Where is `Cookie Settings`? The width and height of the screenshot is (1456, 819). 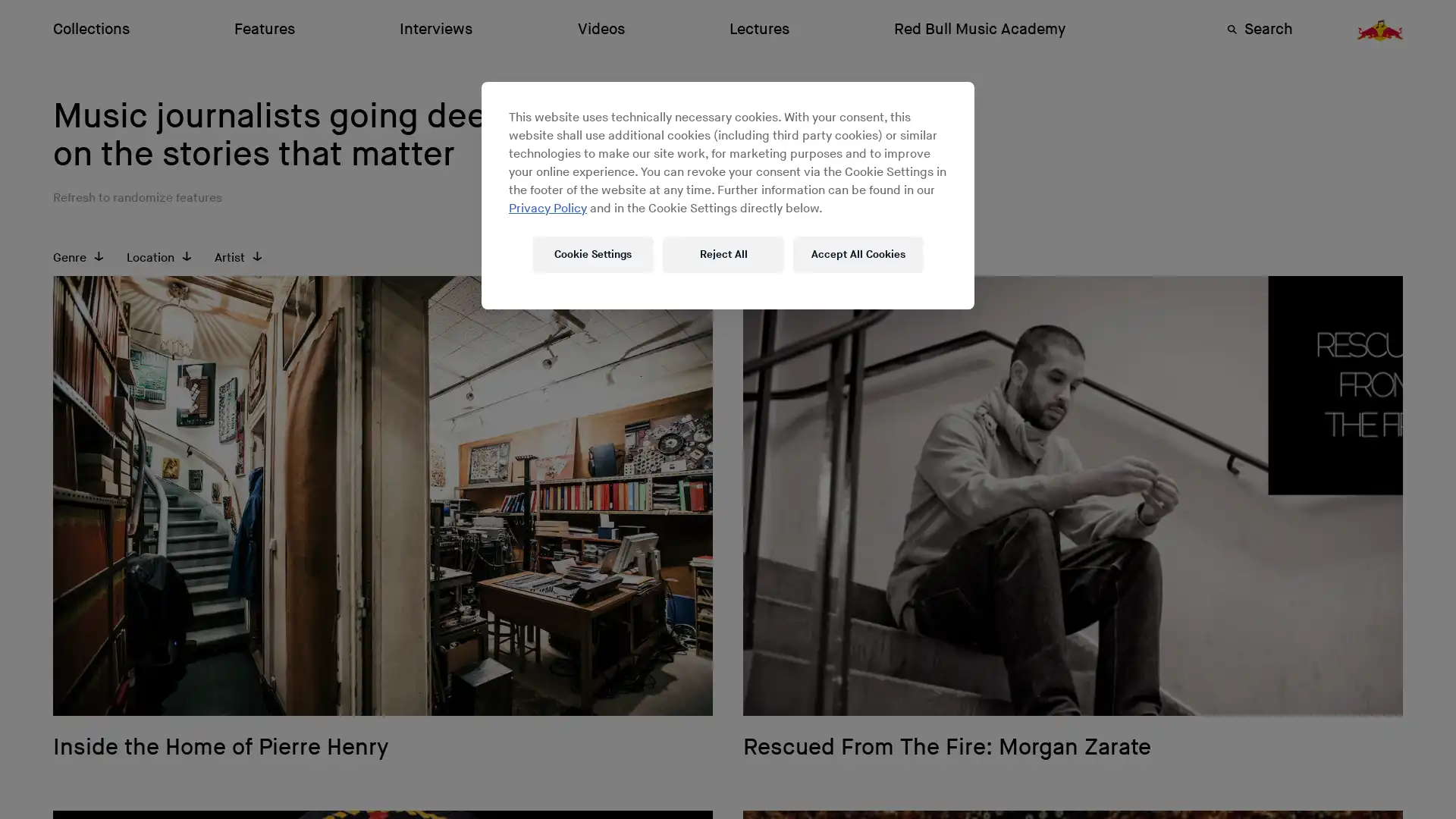 Cookie Settings is located at coordinates (592, 253).